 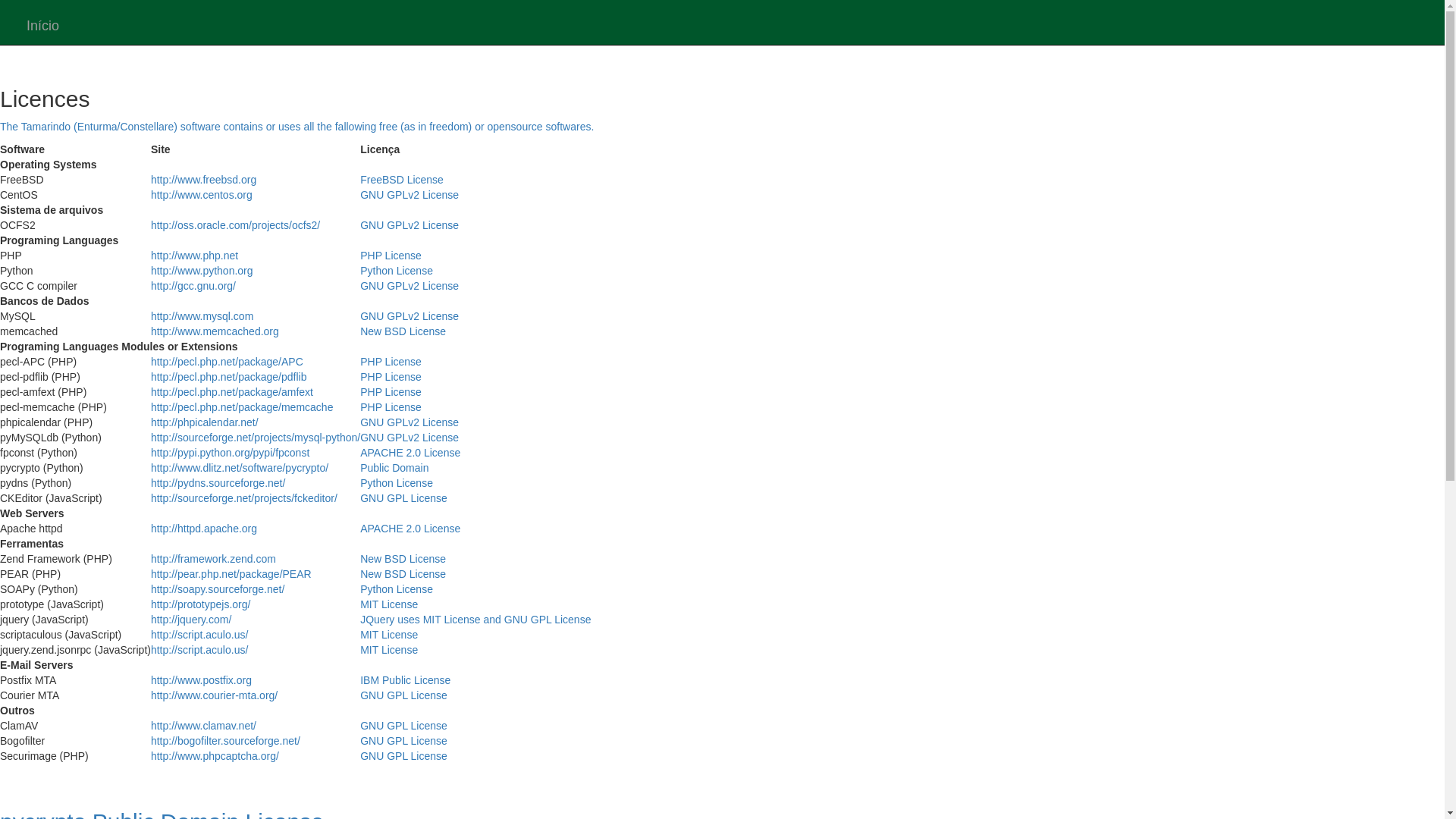 What do you see at coordinates (193, 254) in the screenshot?
I see `'http://www.php.net'` at bounding box center [193, 254].